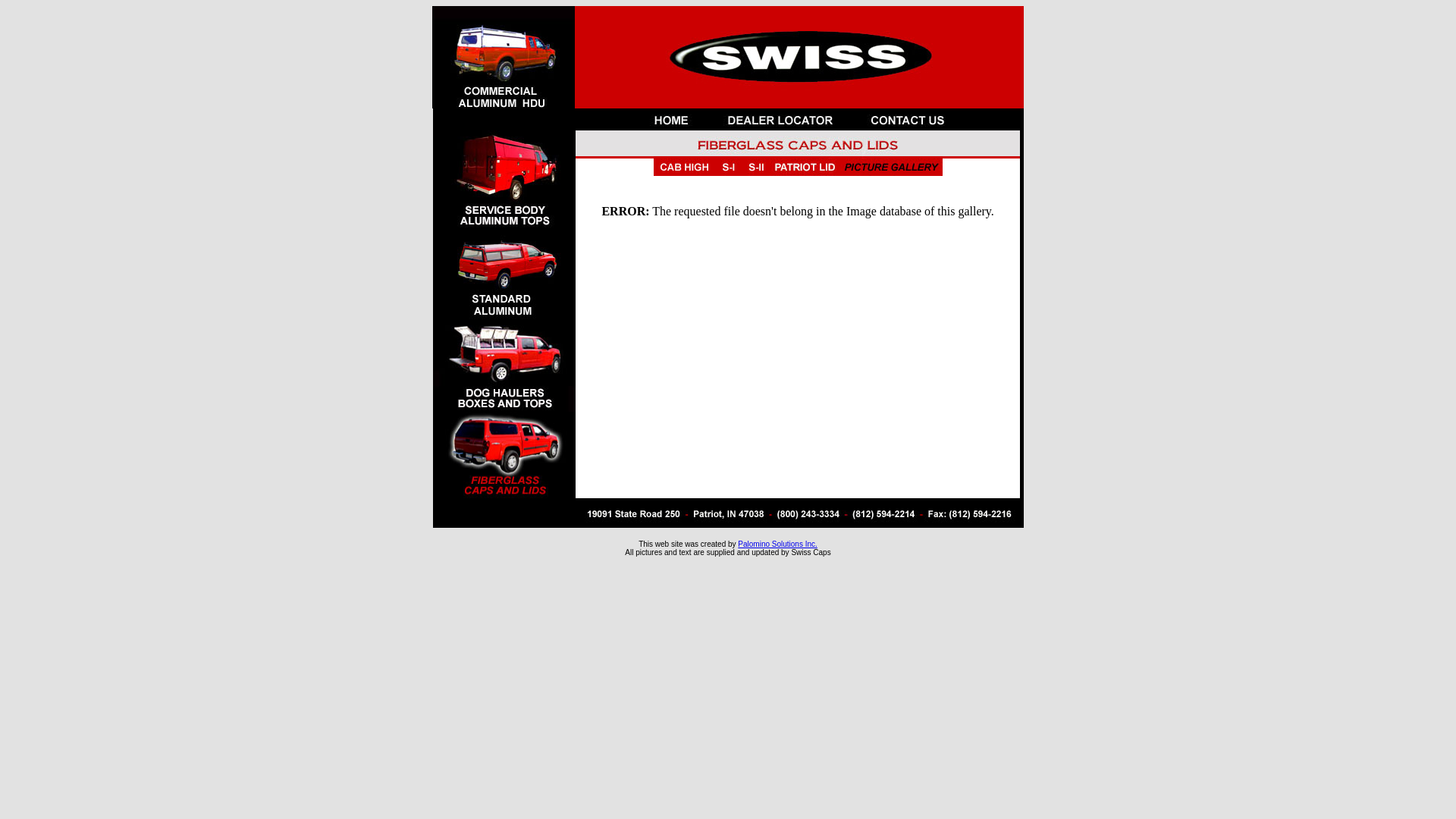  What do you see at coordinates (777, 543) in the screenshot?
I see `'Palomino Solutions Inc.'` at bounding box center [777, 543].